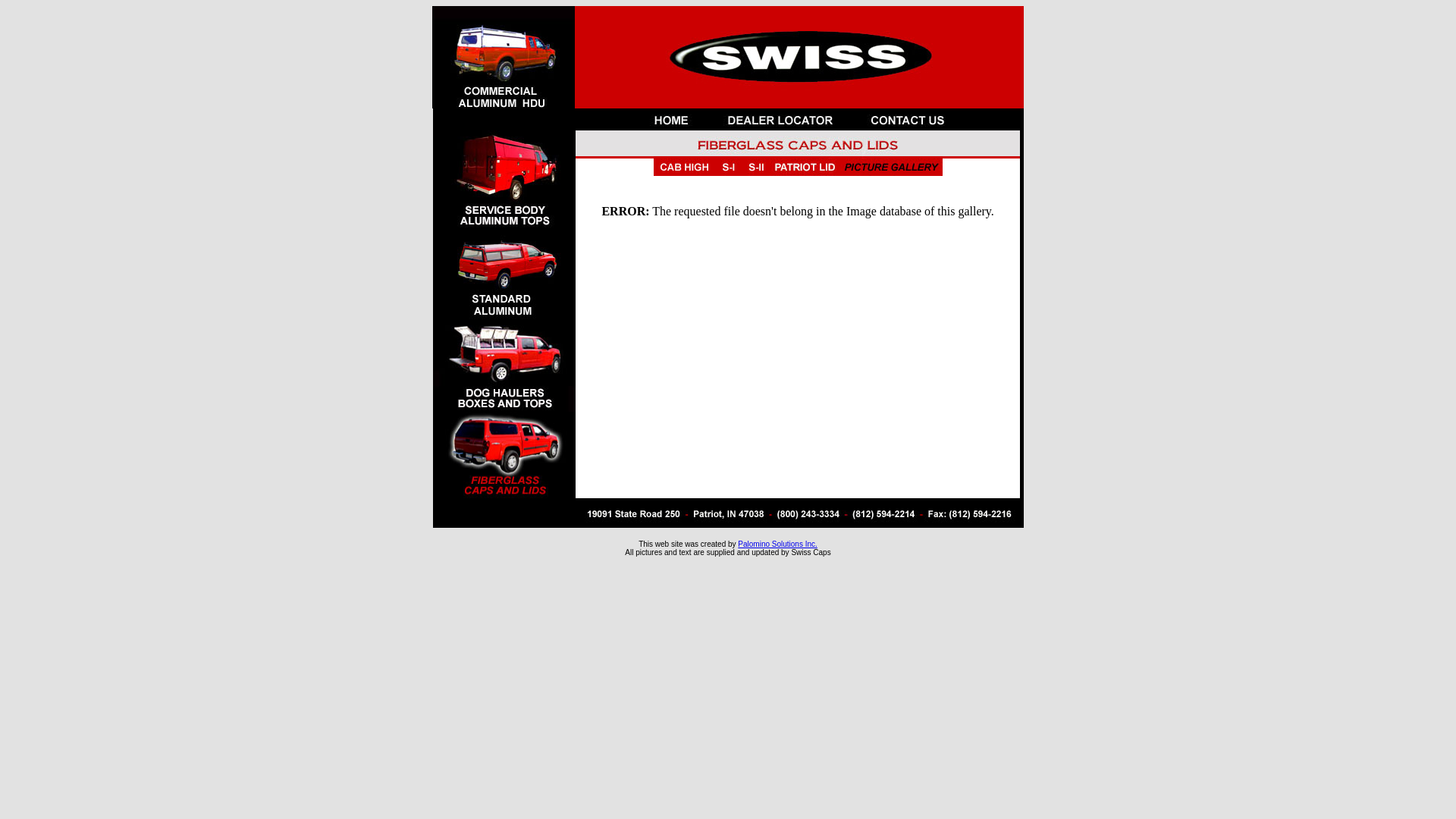  What do you see at coordinates (777, 543) in the screenshot?
I see `'Palomino Solutions Inc.'` at bounding box center [777, 543].